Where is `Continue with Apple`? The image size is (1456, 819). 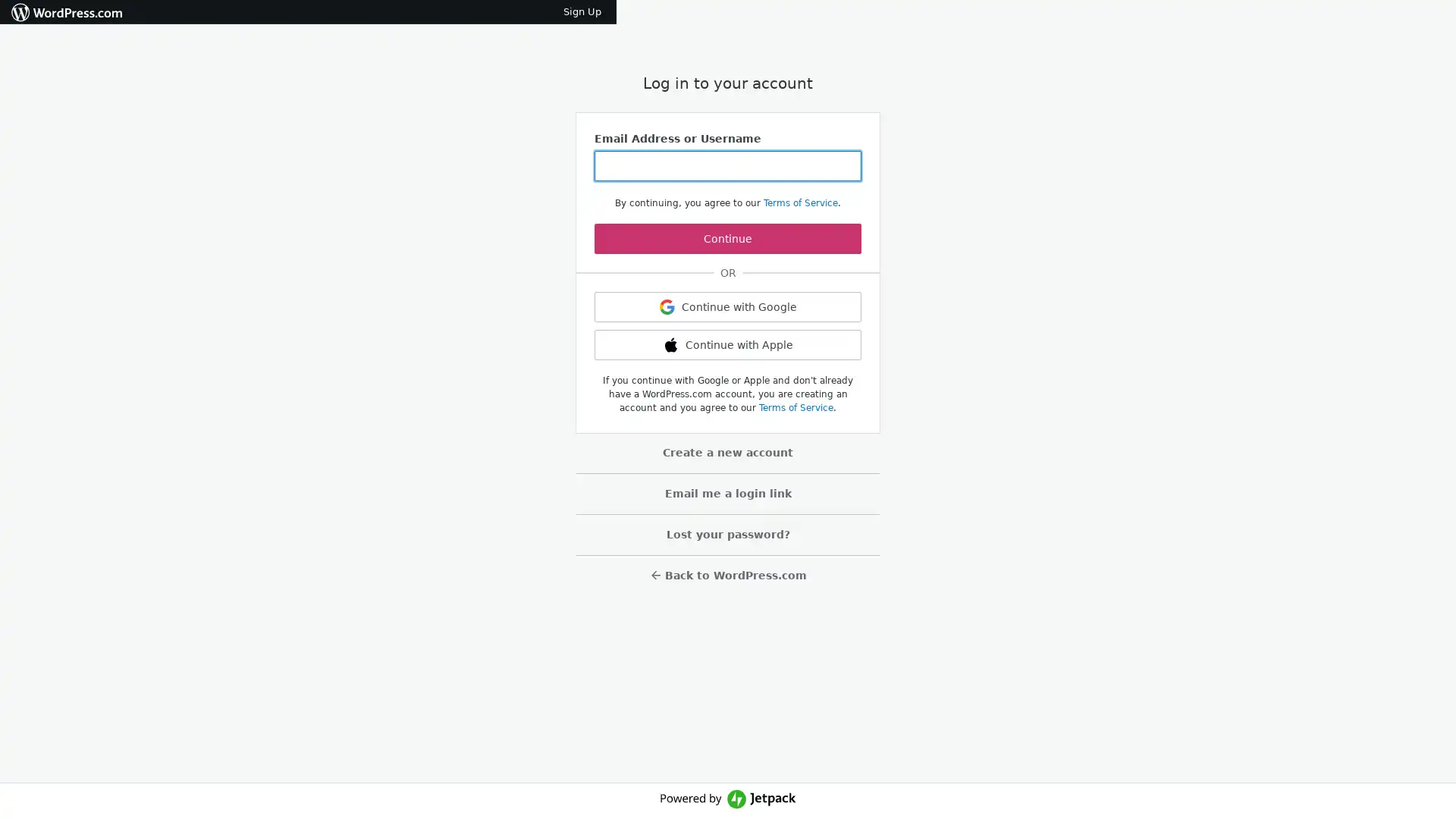
Continue with Apple is located at coordinates (728, 345).